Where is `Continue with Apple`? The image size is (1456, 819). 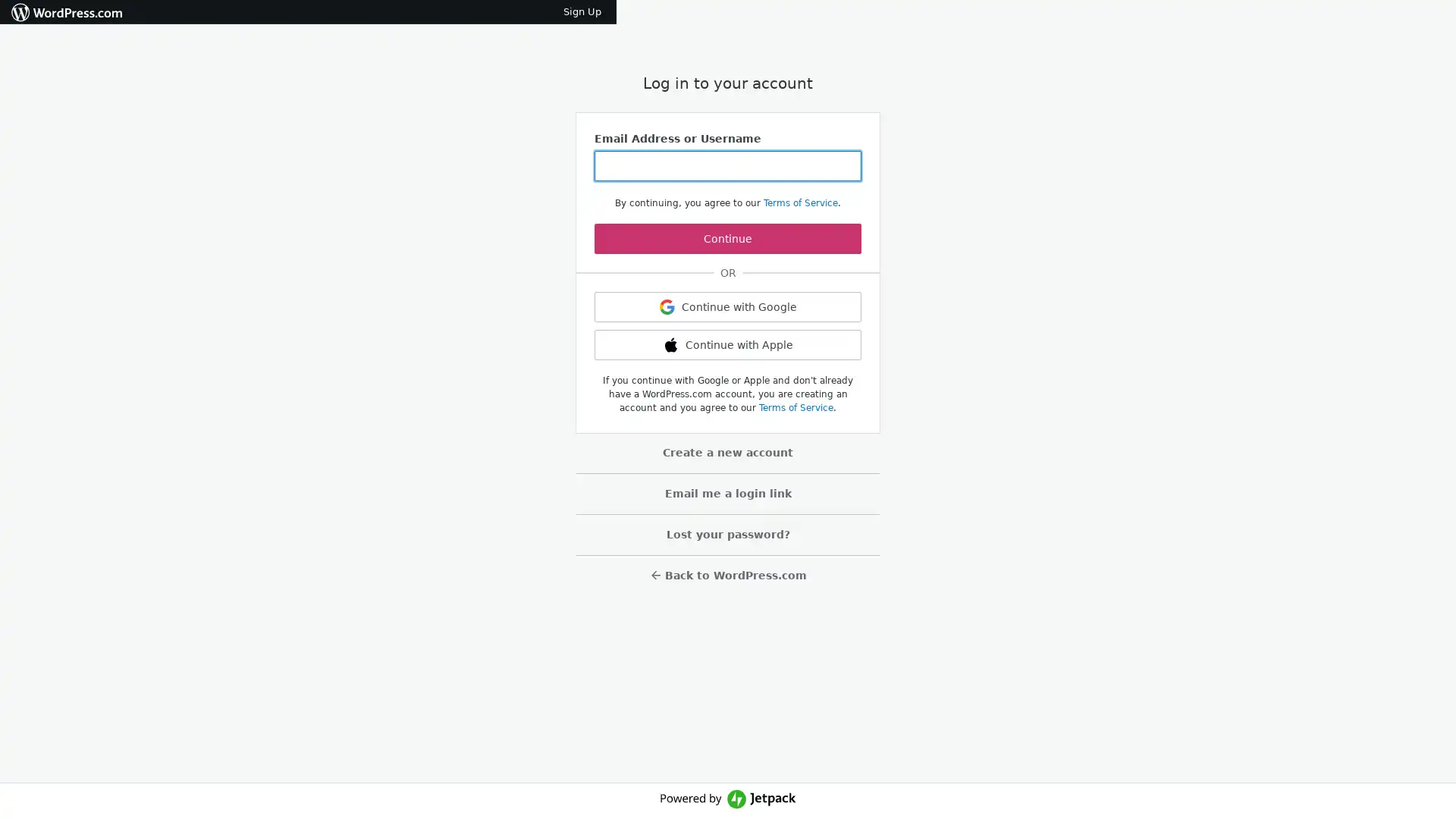
Continue with Apple is located at coordinates (728, 345).